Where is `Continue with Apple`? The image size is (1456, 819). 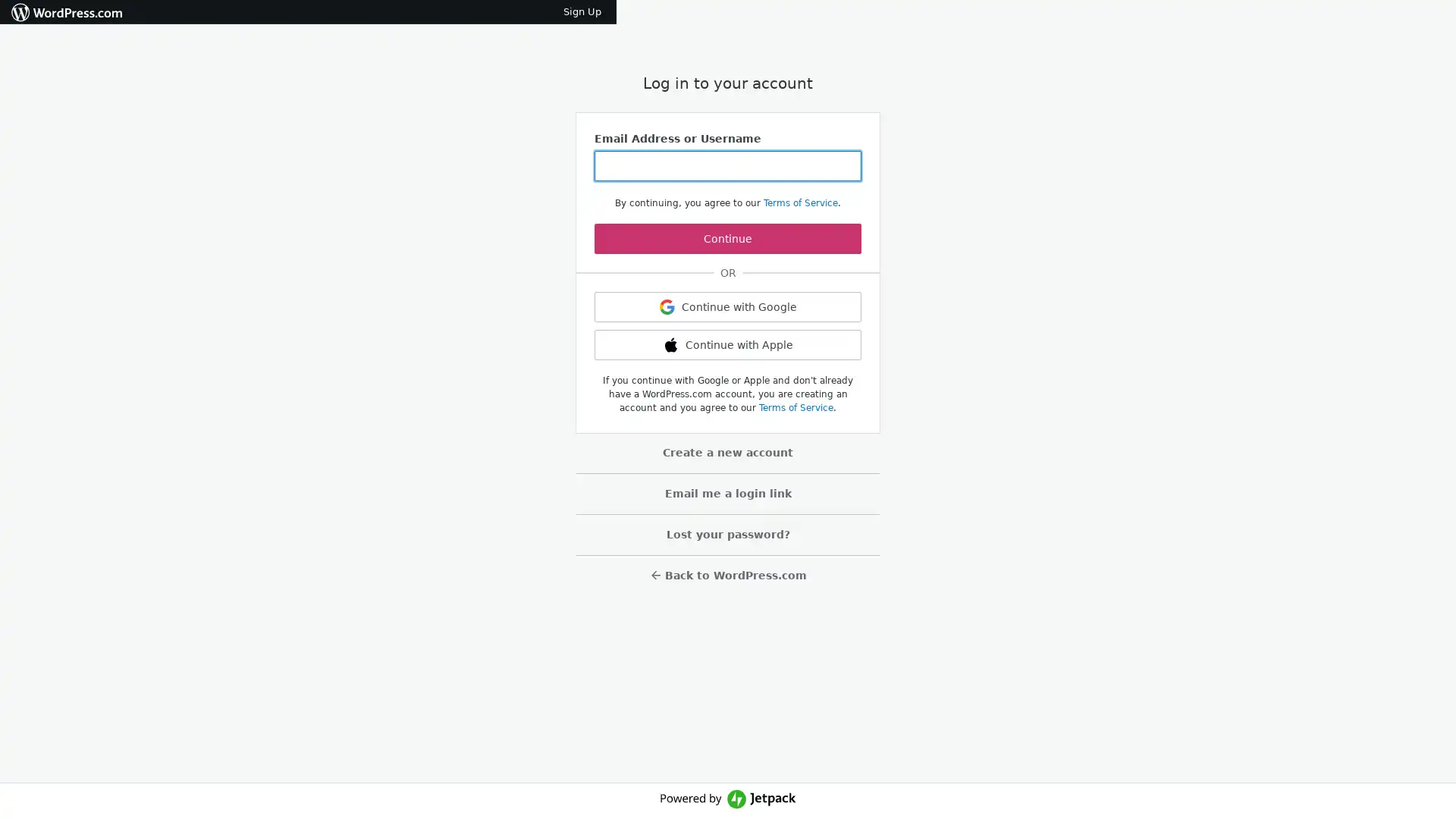
Continue with Apple is located at coordinates (728, 345).